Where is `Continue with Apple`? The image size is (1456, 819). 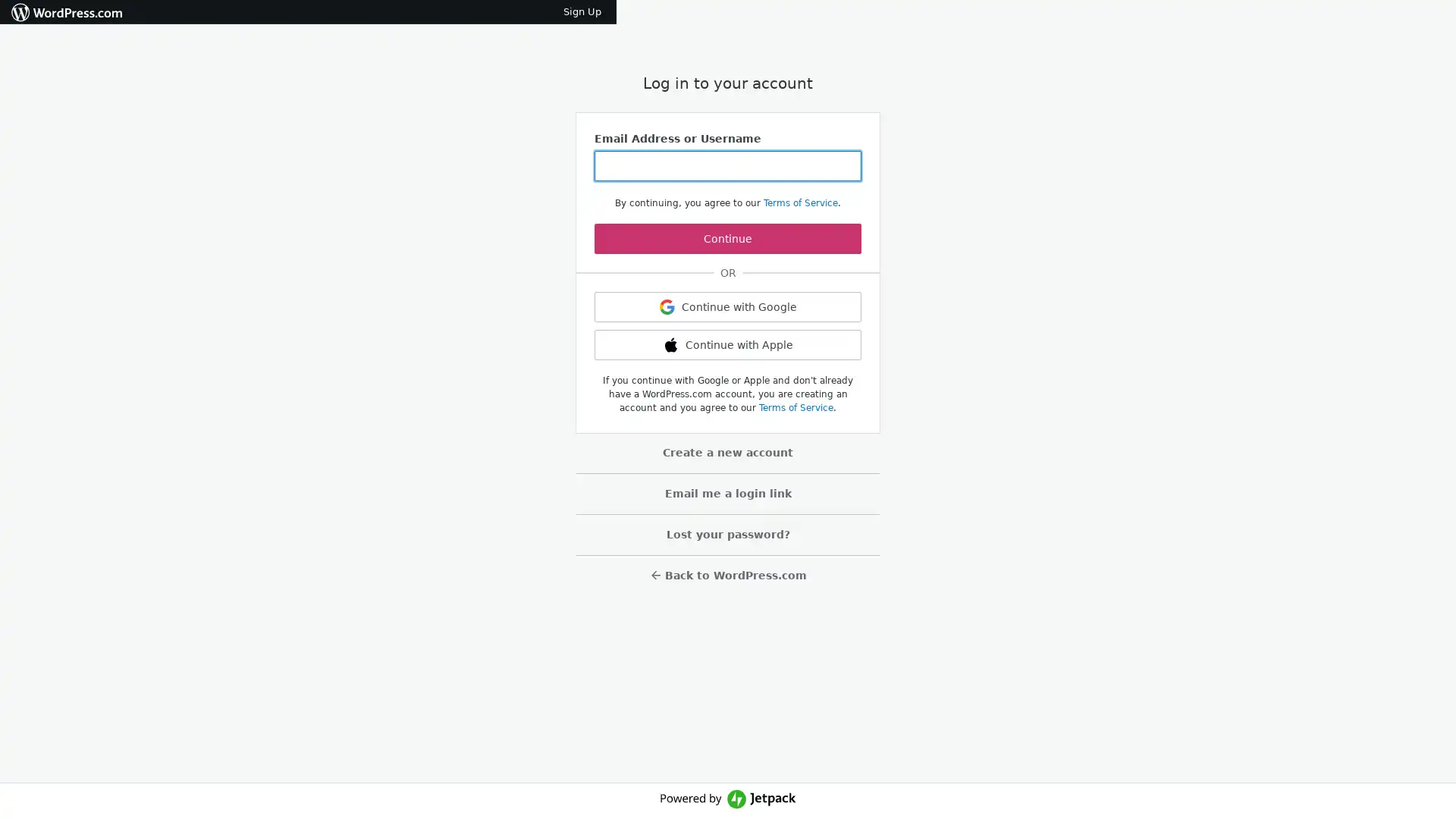
Continue with Apple is located at coordinates (728, 345).